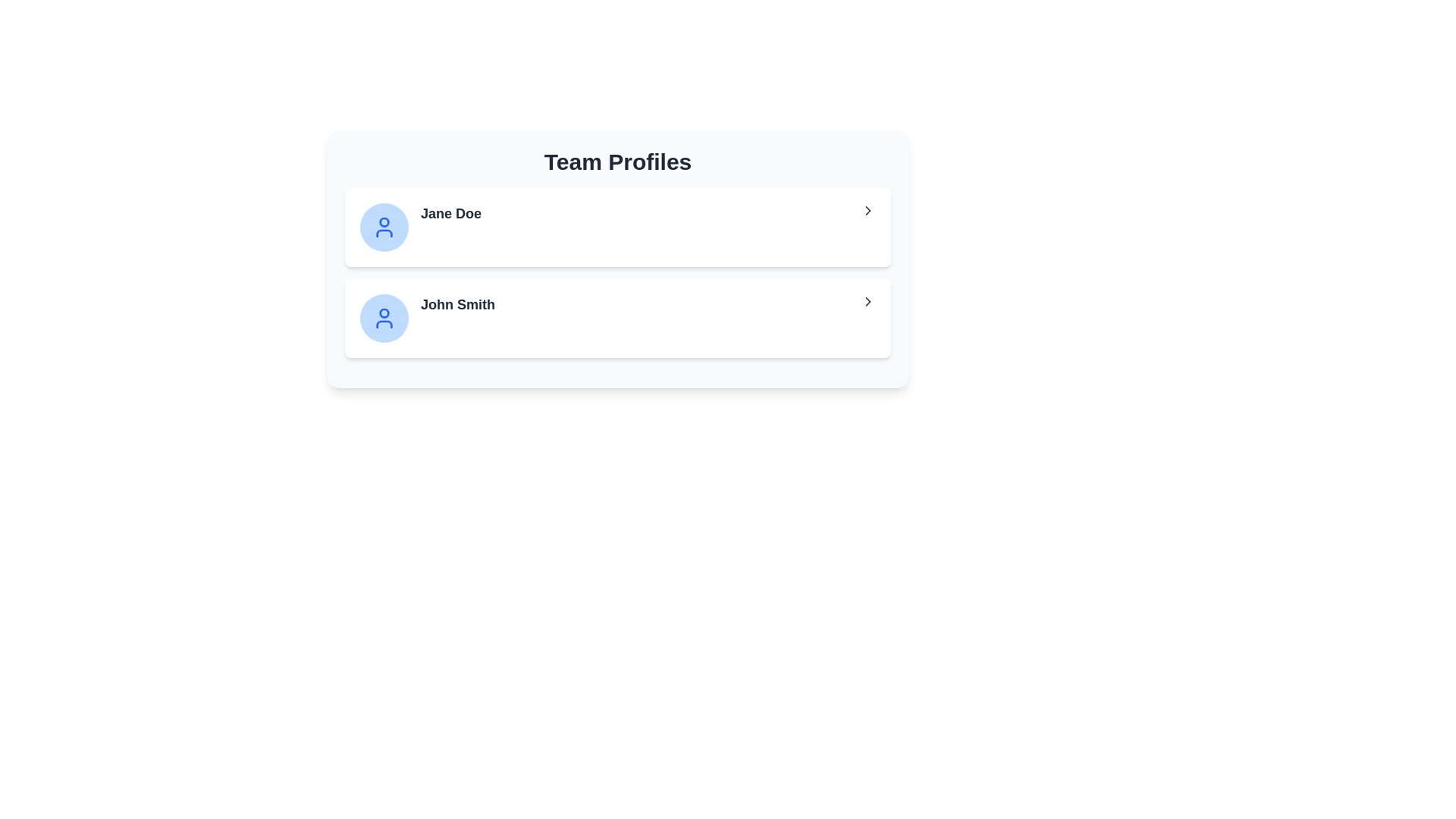 The width and height of the screenshot is (1456, 819). Describe the element at coordinates (384, 234) in the screenshot. I see `the profile icon resembling the bottom part of a user profile icon next to the label 'Jane Doe' in the first section of the profile list` at that location.